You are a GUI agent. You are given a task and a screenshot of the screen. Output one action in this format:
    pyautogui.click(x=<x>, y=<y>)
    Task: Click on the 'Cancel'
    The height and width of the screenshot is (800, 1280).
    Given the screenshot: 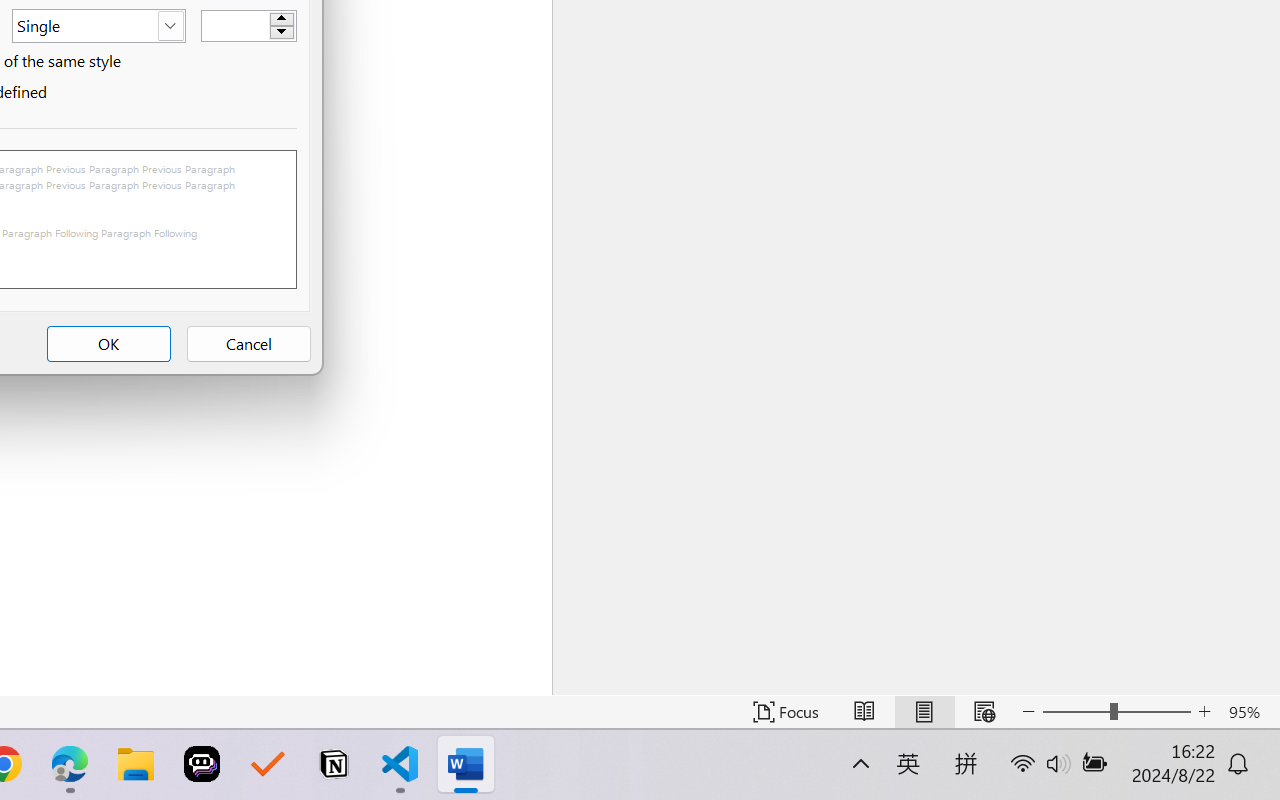 What is the action you would take?
    pyautogui.click(x=247, y=344)
    